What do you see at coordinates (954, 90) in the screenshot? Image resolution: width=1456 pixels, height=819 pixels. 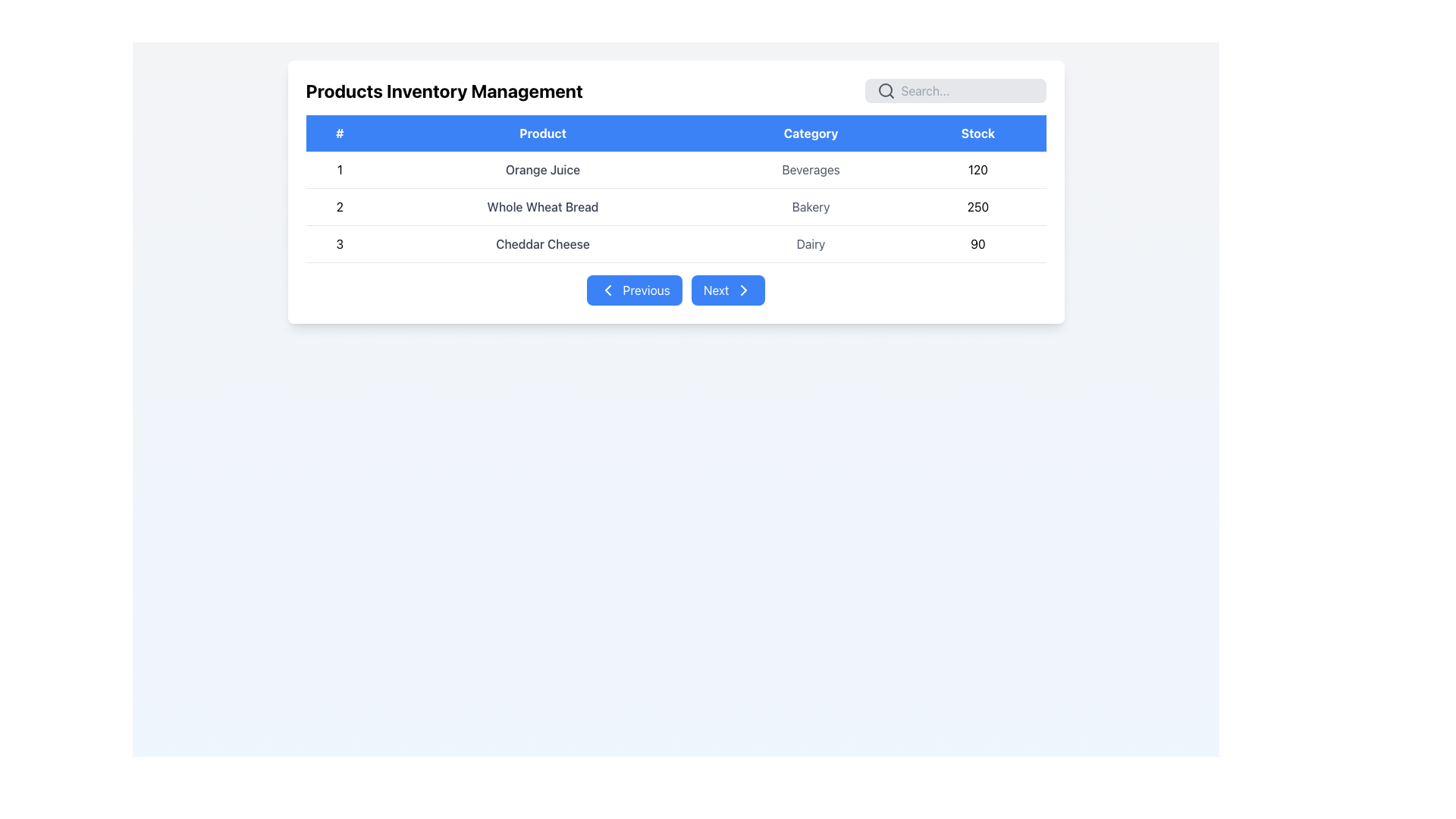 I see `the search bar located on the right side of the 'Products Inventory Management' title to focus the search box` at bounding box center [954, 90].